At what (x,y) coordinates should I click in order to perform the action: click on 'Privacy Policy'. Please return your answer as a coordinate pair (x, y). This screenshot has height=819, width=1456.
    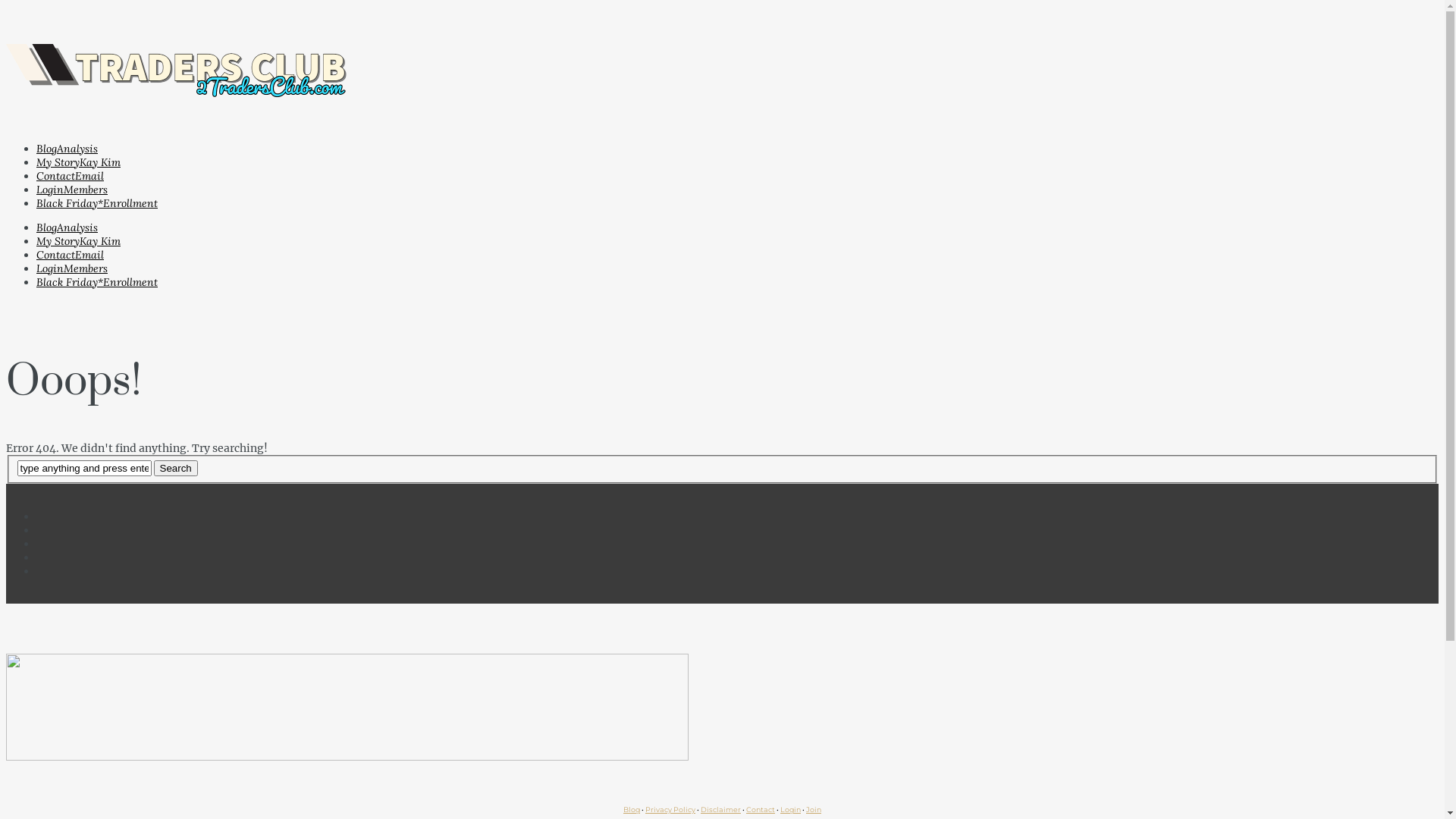
    Looking at the image, I should click on (645, 808).